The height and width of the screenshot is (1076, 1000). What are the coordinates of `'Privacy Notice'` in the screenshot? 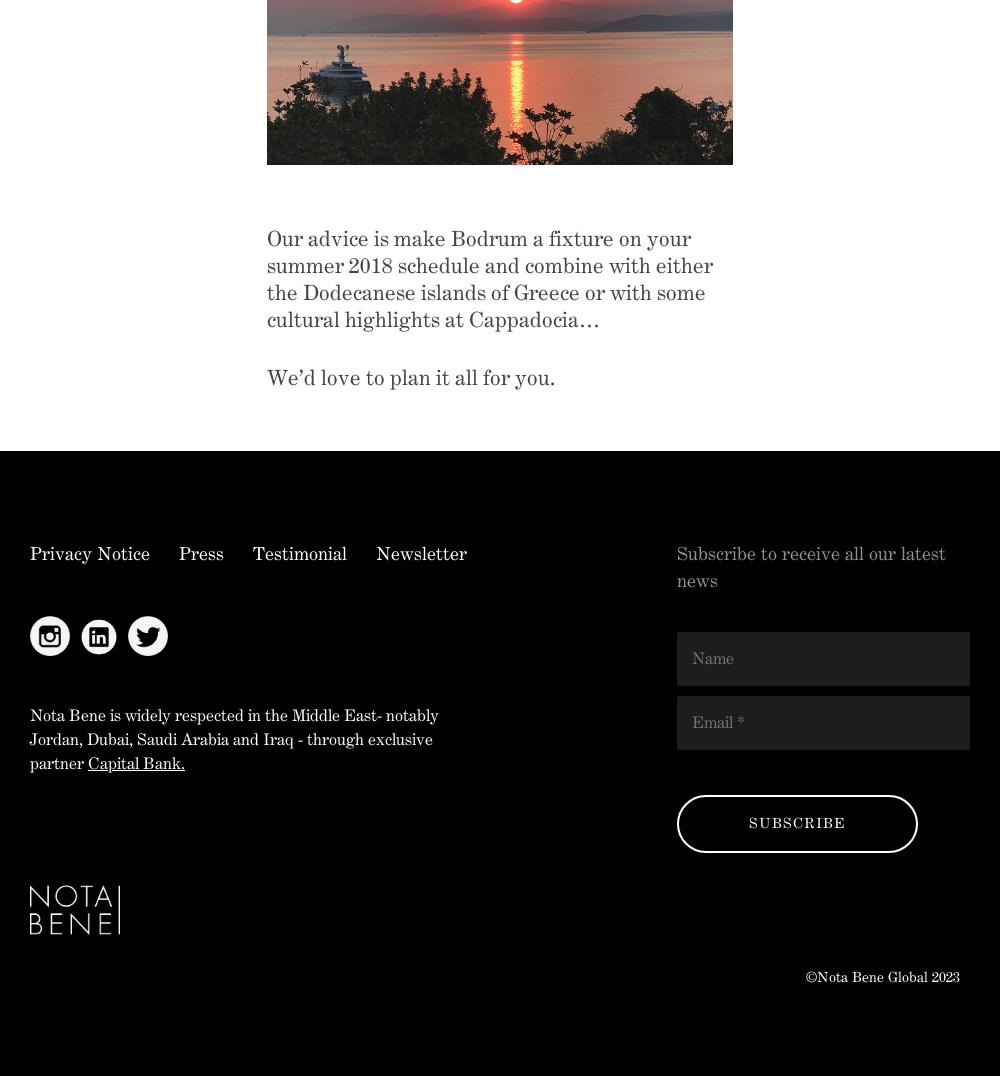 It's located at (30, 551).